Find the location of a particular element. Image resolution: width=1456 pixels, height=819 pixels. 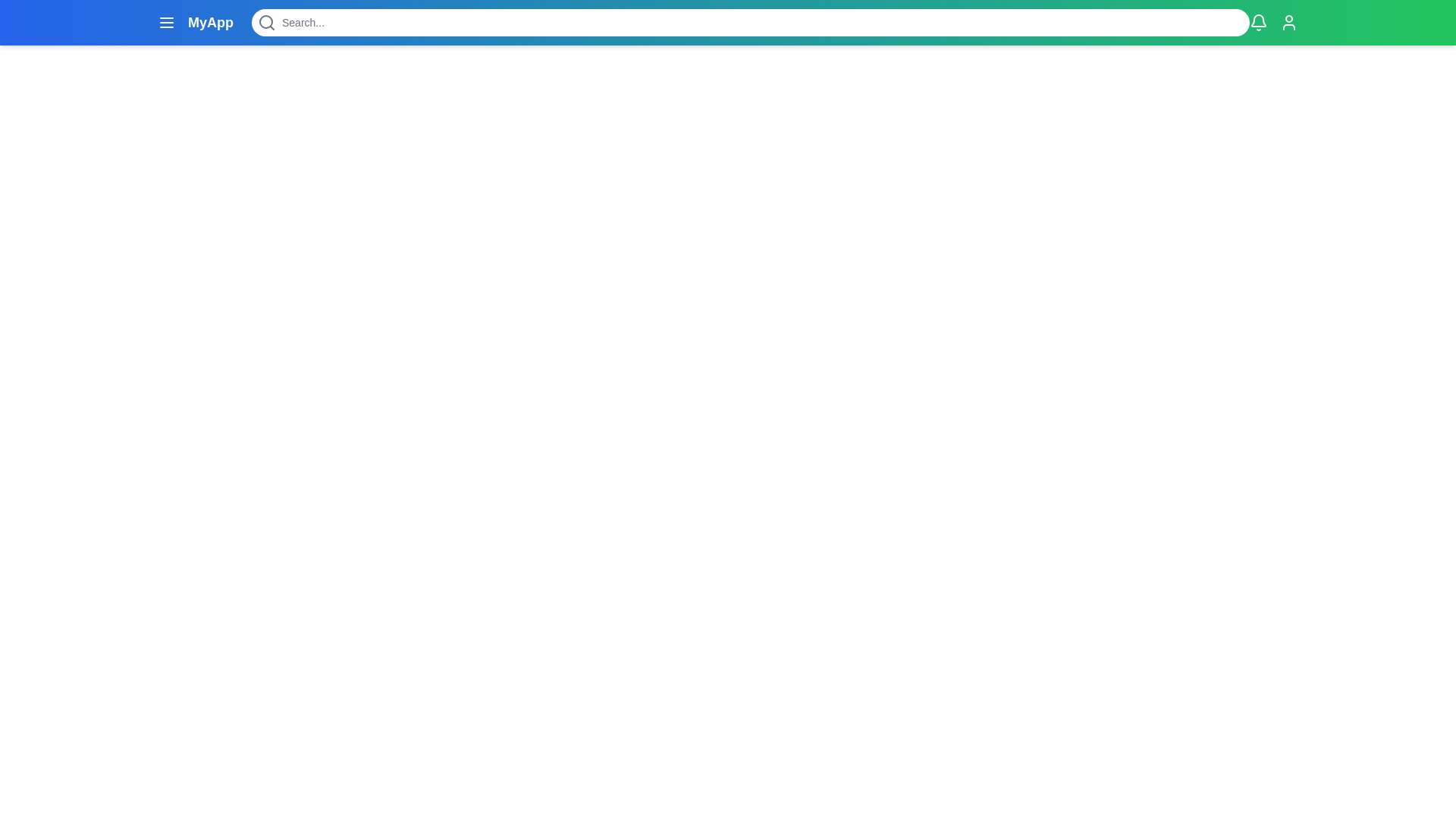

the Text Label that represents the application name 'MyApp' located in the top-left section of the interface, directly to the right of the menu icon is located at coordinates (210, 23).